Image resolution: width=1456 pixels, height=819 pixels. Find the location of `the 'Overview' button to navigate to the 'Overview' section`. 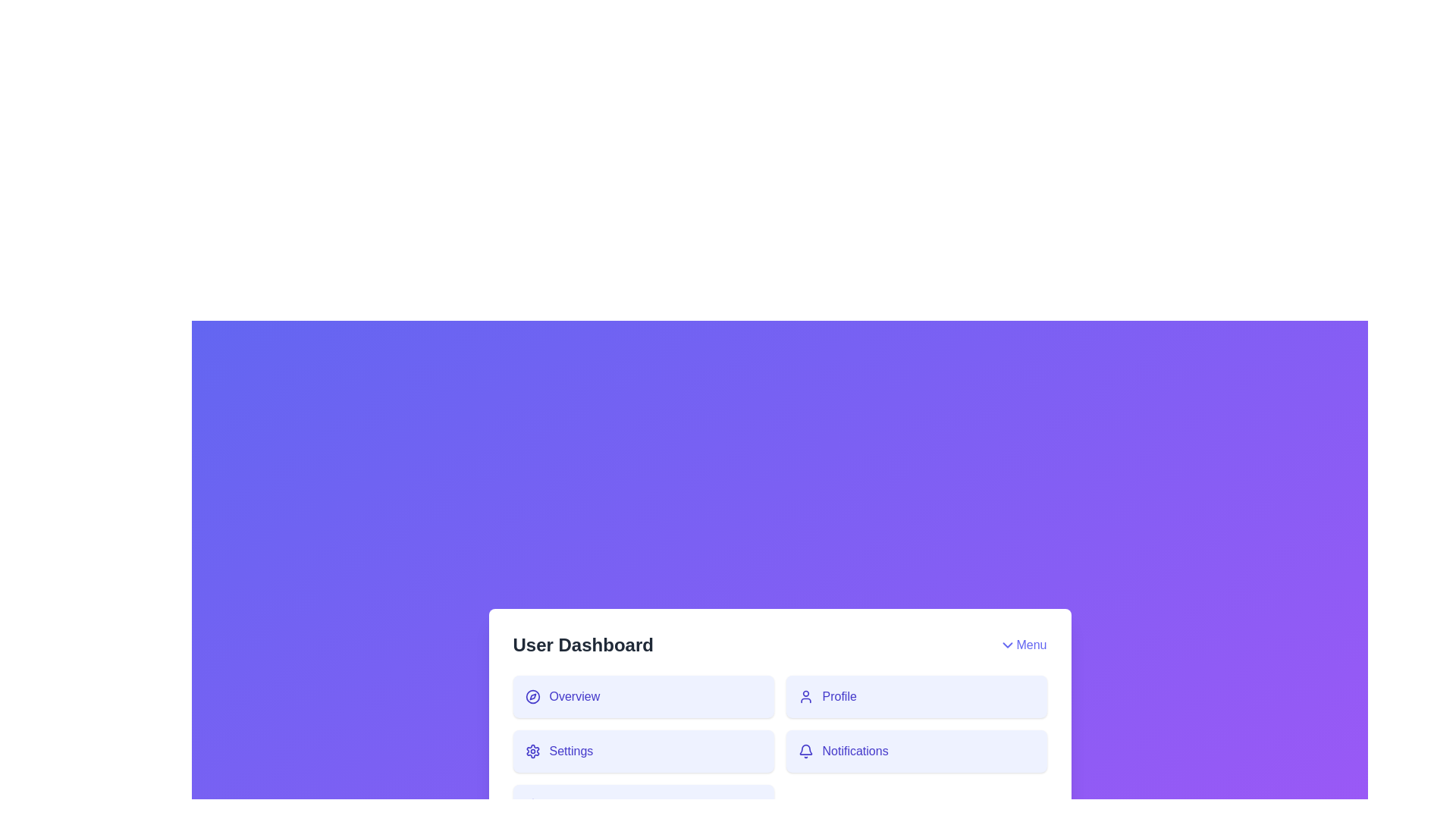

the 'Overview' button to navigate to the 'Overview' section is located at coordinates (643, 696).